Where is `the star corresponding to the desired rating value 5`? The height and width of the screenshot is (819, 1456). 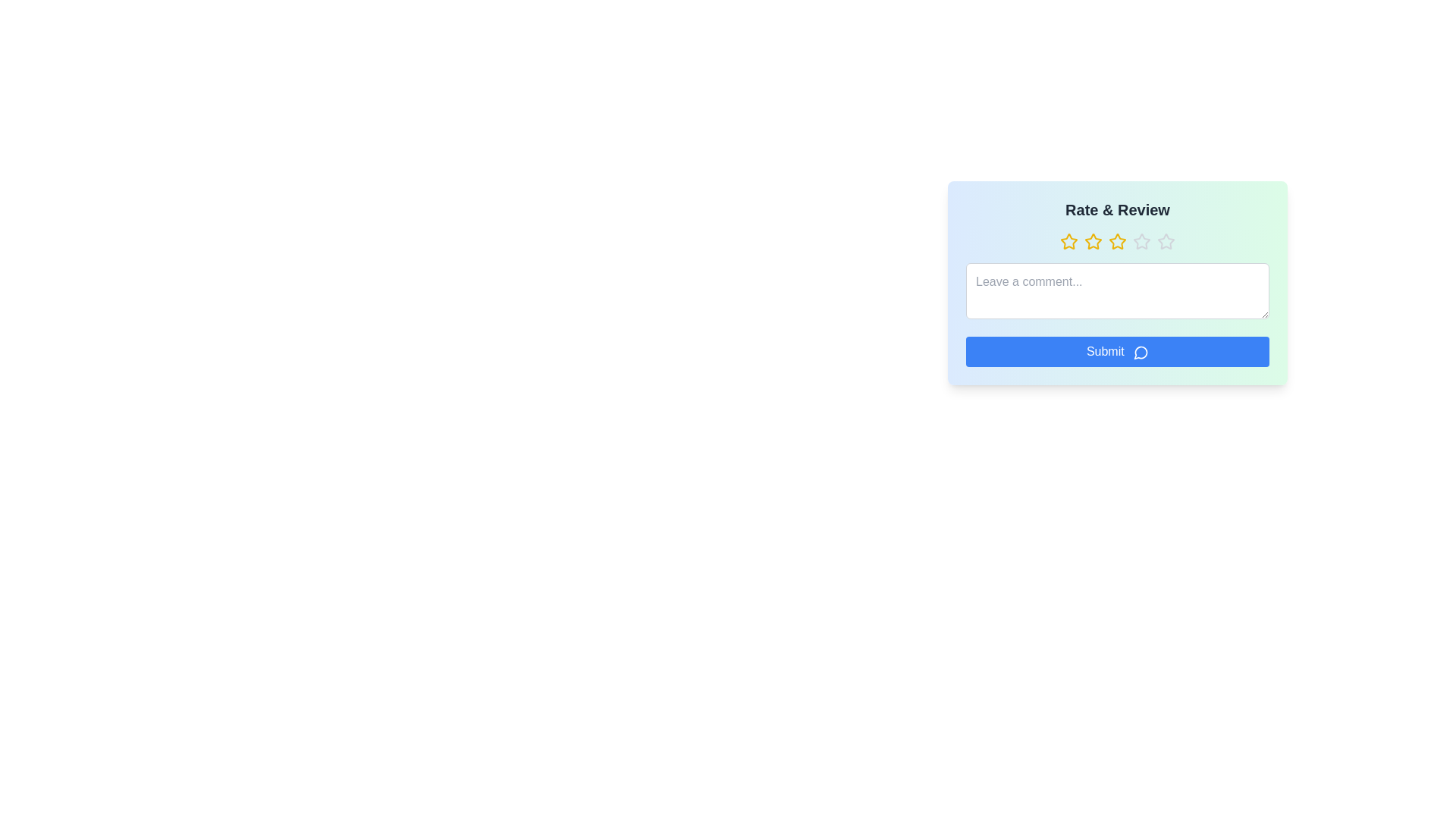
the star corresponding to the desired rating value 5 is located at coordinates (1165, 241).